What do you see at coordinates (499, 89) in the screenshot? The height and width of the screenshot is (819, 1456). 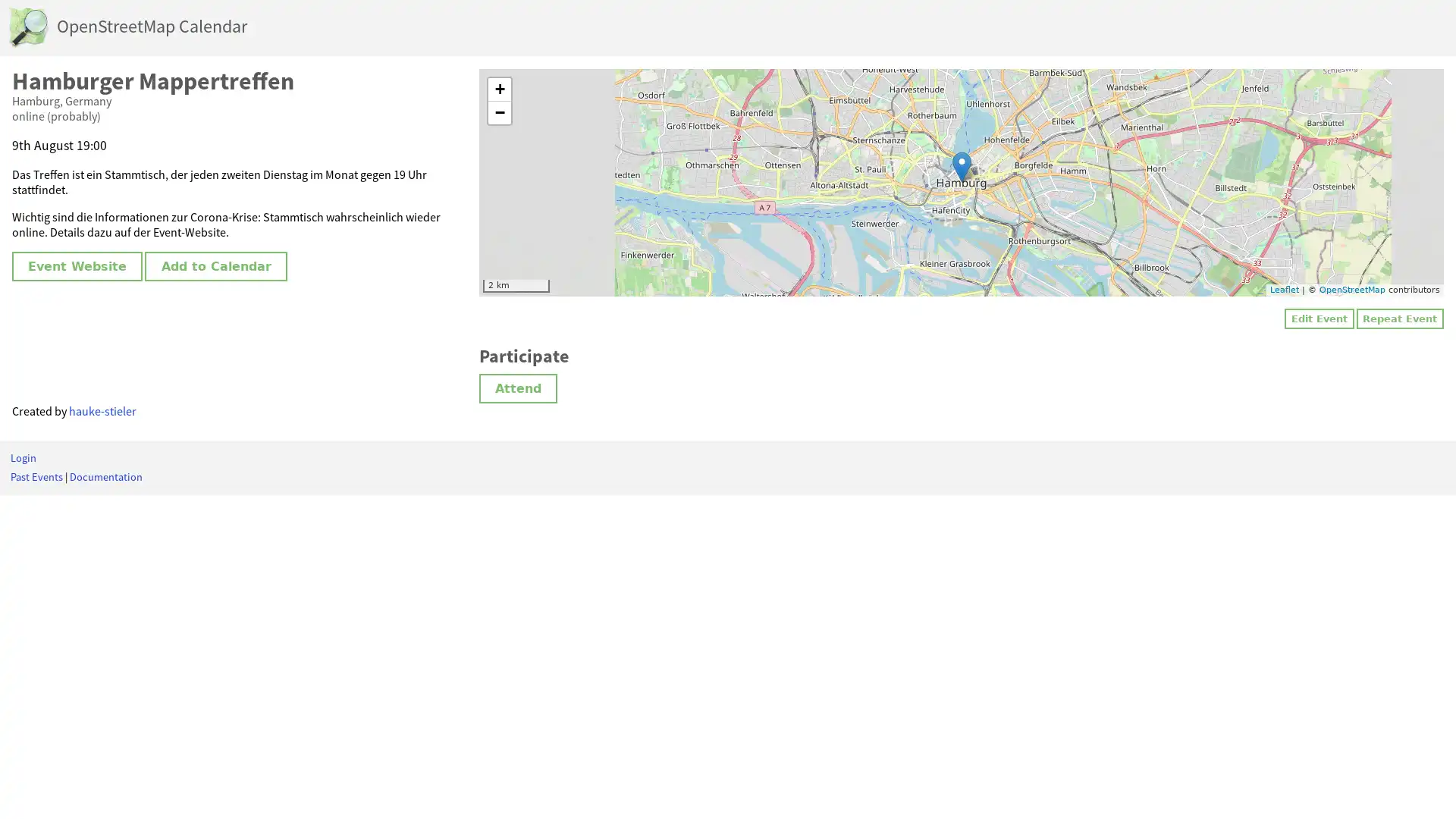 I see `Zoom in` at bounding box center [499, 89].